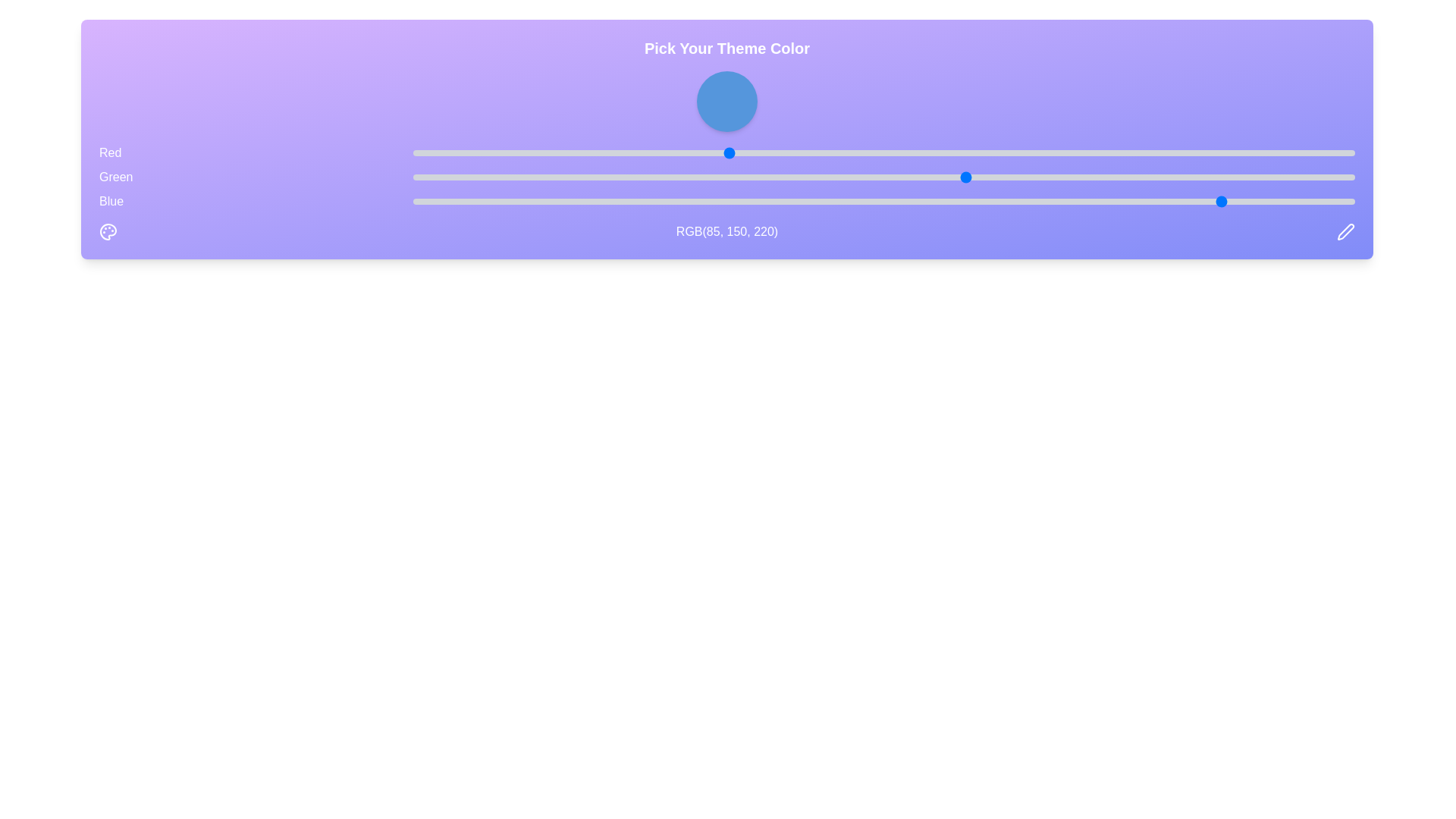  I want to click on the slider labeled 'Red', so click(726, 152).